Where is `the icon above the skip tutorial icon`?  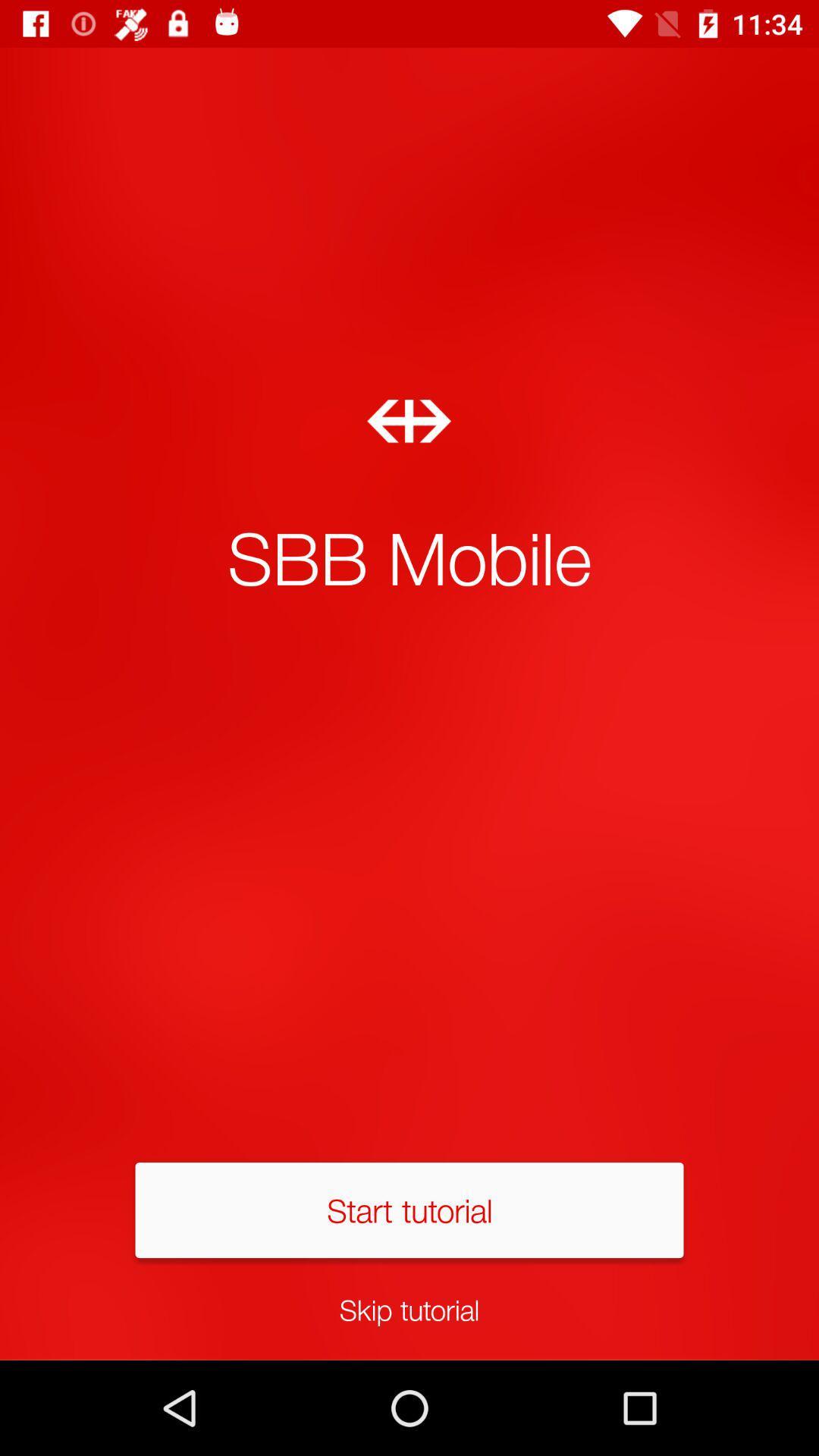
the icon above the skip tutorial icon is located at coordinates (409, 1209).